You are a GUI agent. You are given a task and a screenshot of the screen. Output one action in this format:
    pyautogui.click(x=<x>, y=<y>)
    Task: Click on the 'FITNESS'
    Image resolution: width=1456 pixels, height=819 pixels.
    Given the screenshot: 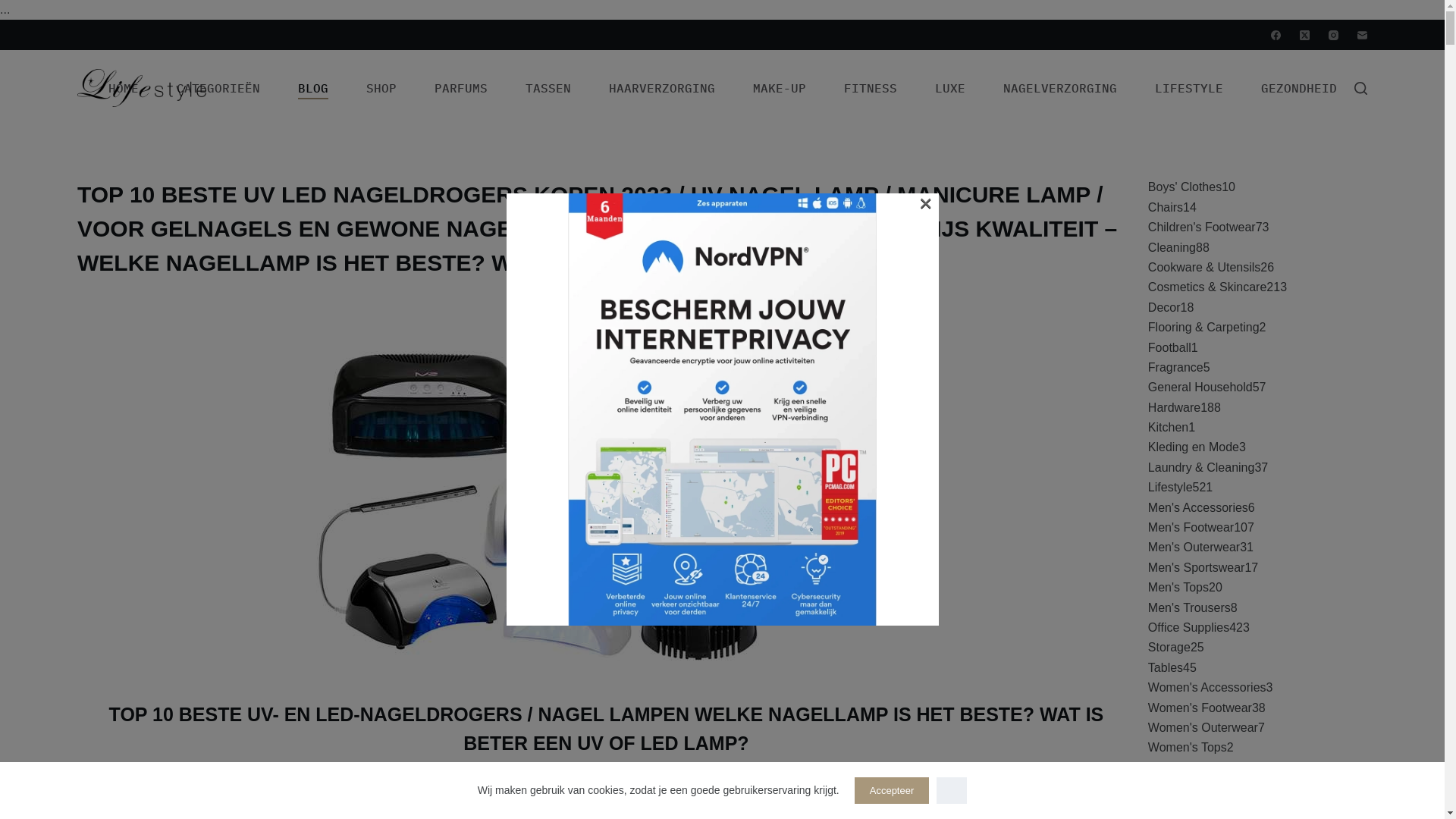 What is the action you would take?
    pyautogui.click(x=824, y=87)
    